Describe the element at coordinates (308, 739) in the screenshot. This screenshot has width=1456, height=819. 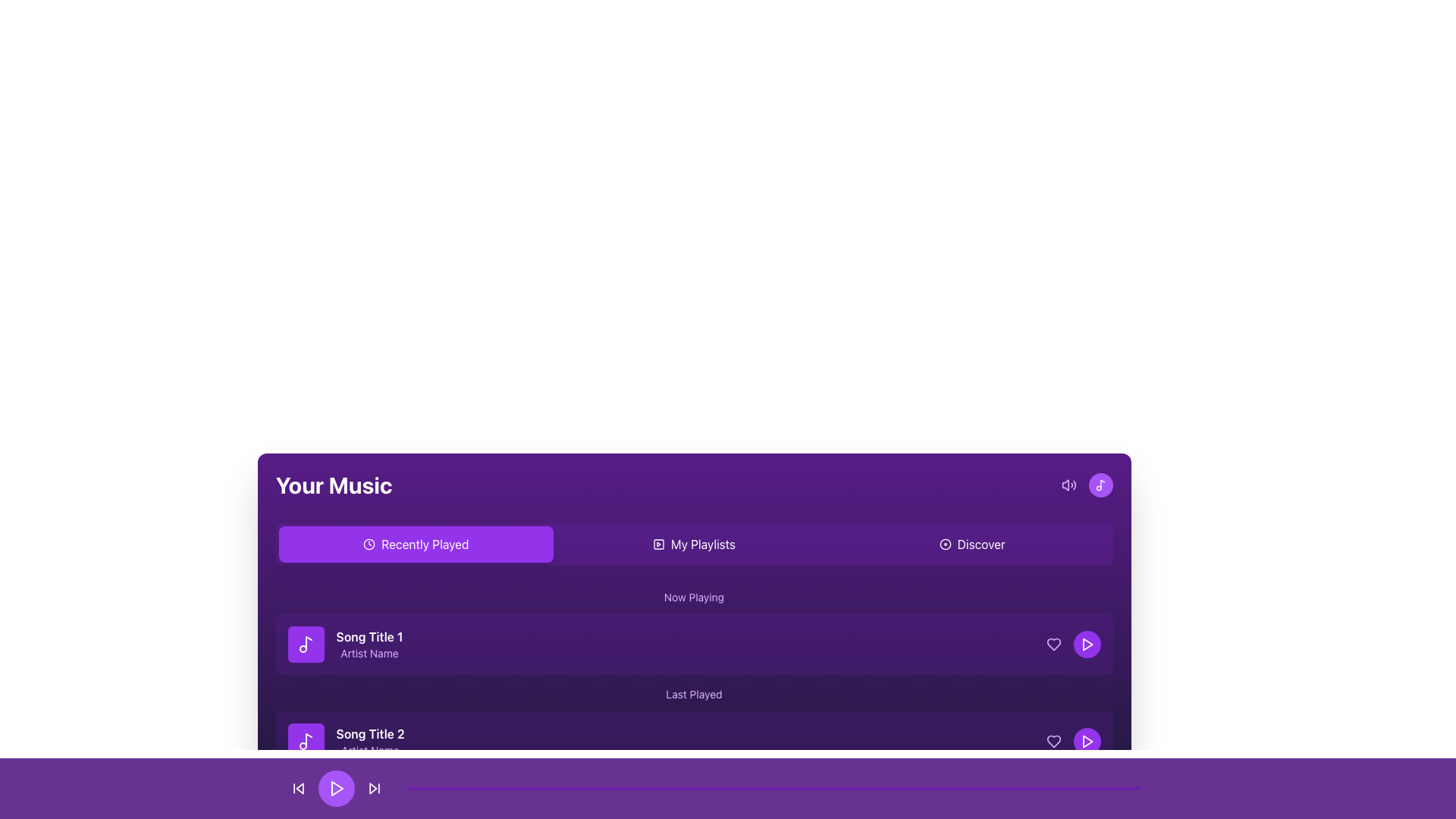
I see `the thin vertical line of the music note icon associated with 'Song Title 2', which is part of the 'Your Music' section` at that location.